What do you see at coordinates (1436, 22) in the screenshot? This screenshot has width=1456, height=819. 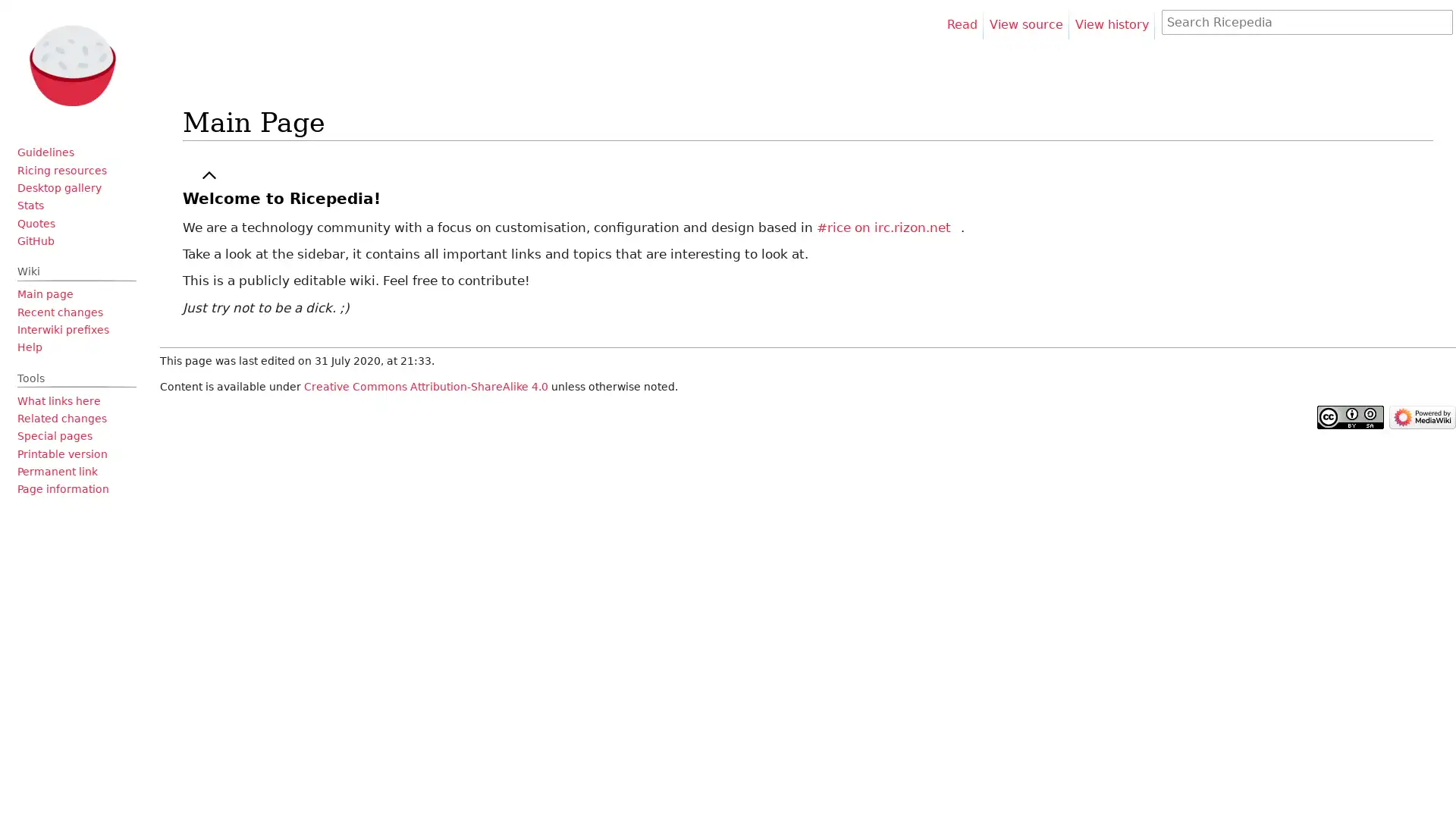 I see `Go` at bounding box center [1436, 22].